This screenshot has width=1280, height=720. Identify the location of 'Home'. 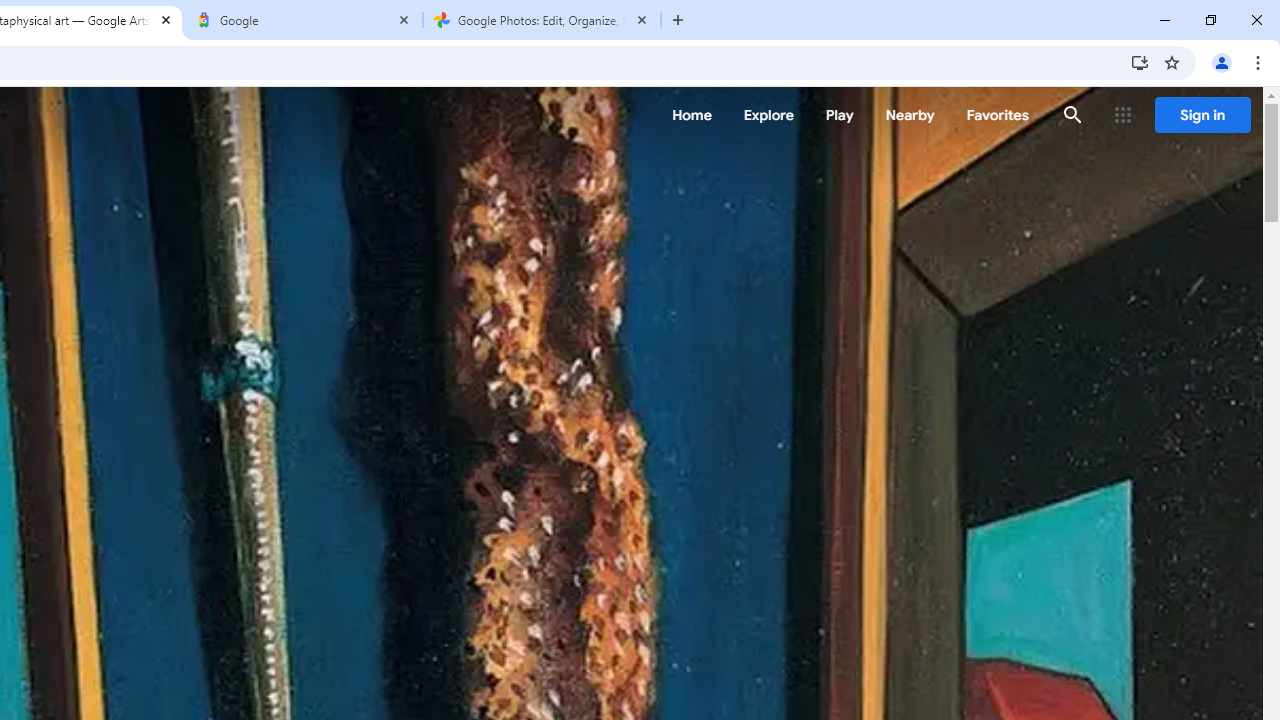
(691, 115).